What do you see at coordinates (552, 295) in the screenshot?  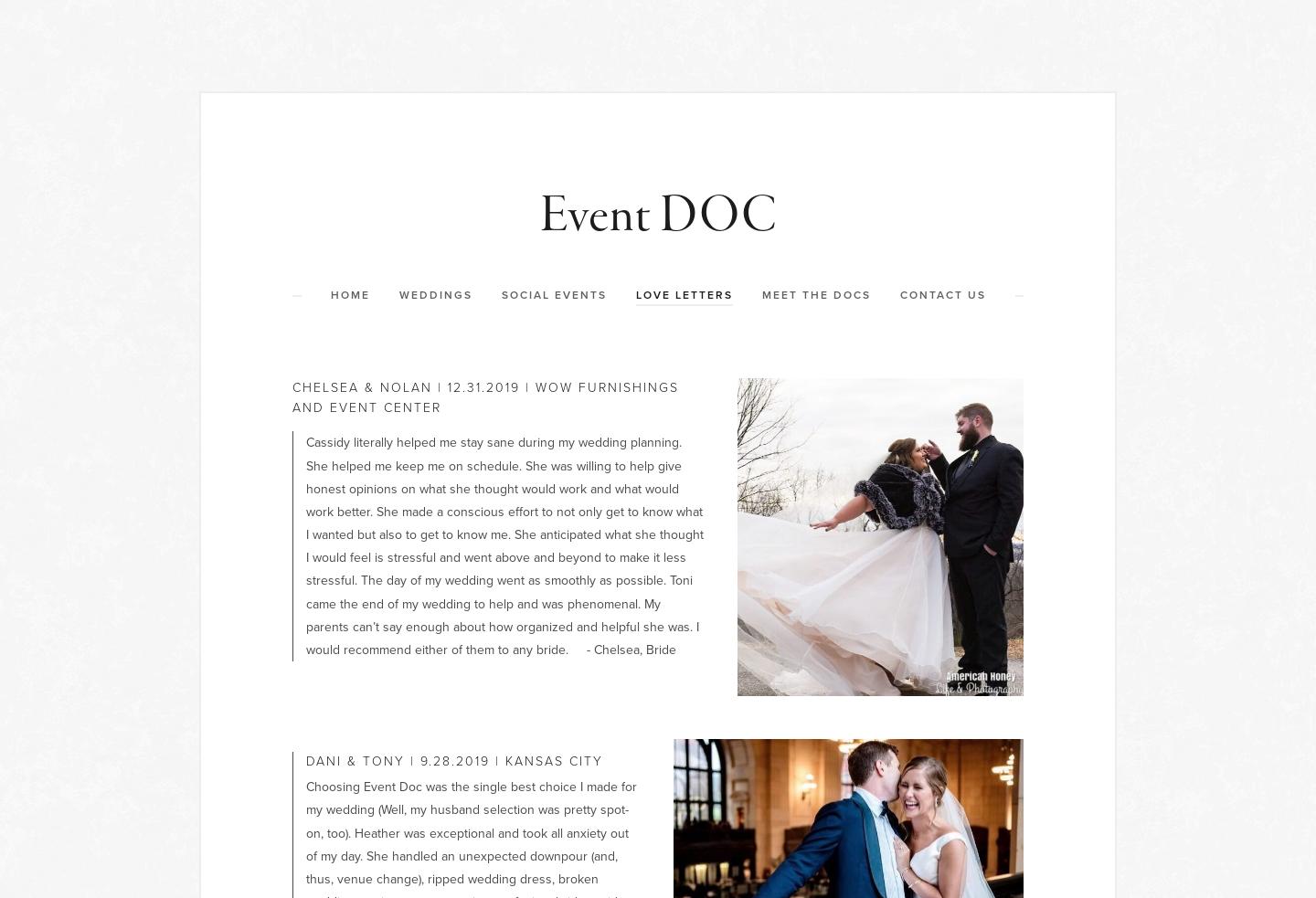 I see `'Social Events'` at bounding box center [552, 295].